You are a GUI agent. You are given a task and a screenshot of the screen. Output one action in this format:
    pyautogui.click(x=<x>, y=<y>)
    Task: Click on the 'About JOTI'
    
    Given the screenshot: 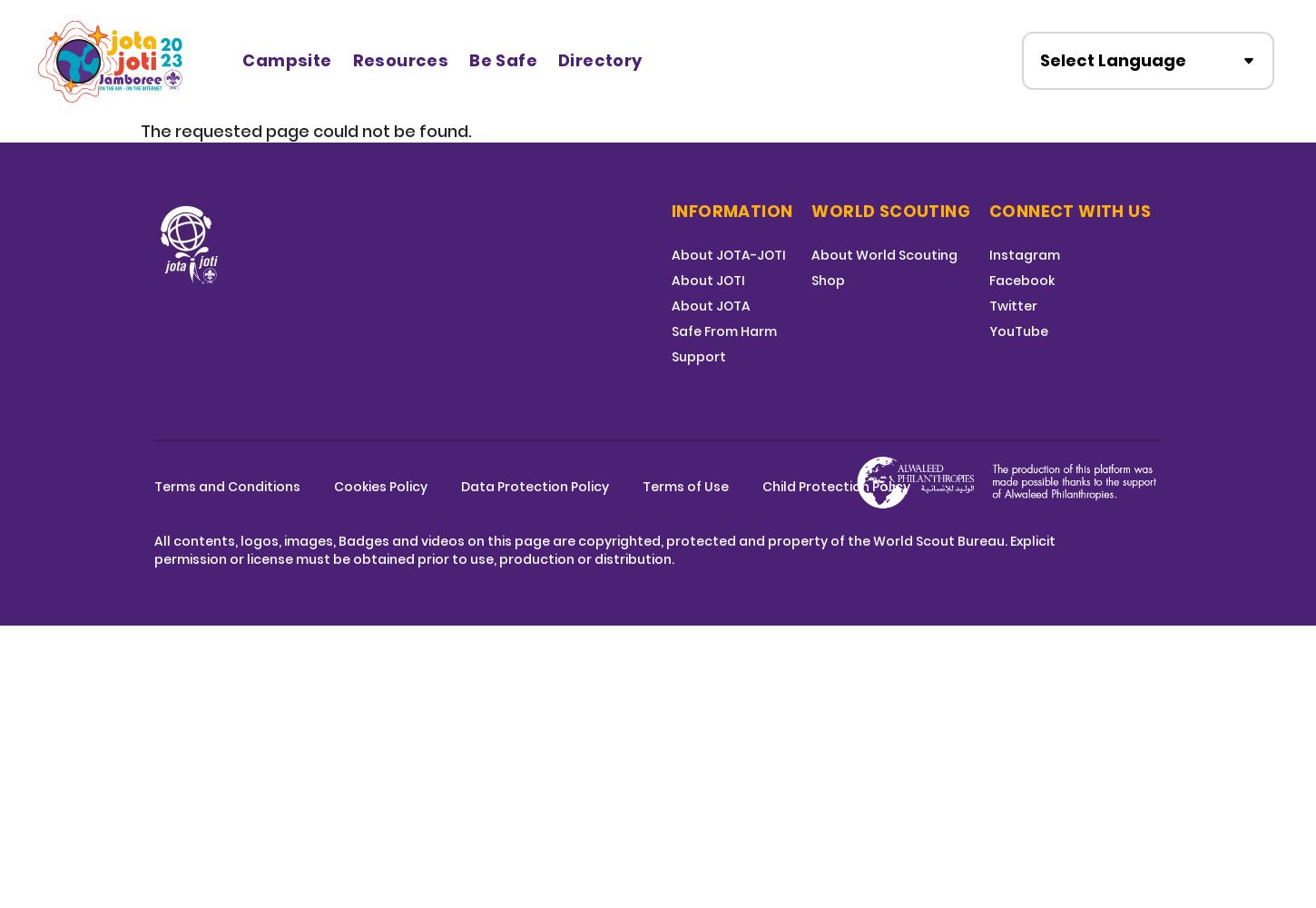 What is the action you would take?
    pyautogui.click(x=671, y=281)
    